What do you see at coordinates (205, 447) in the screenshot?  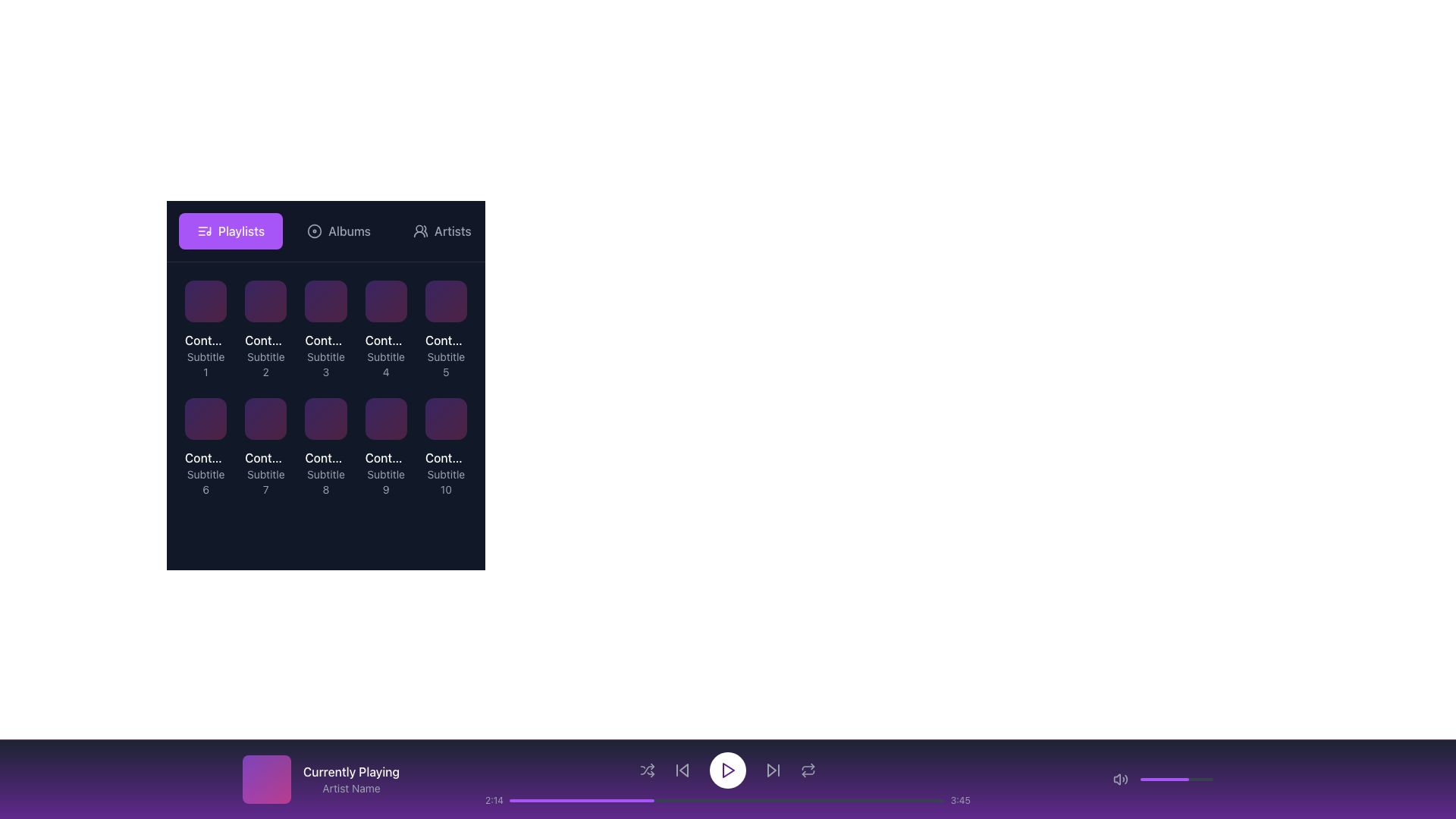 I see `the triangular-shaped play button with a purple gradient background located in the sixth item of the grid in the second row` at bounding box center [205, 447].